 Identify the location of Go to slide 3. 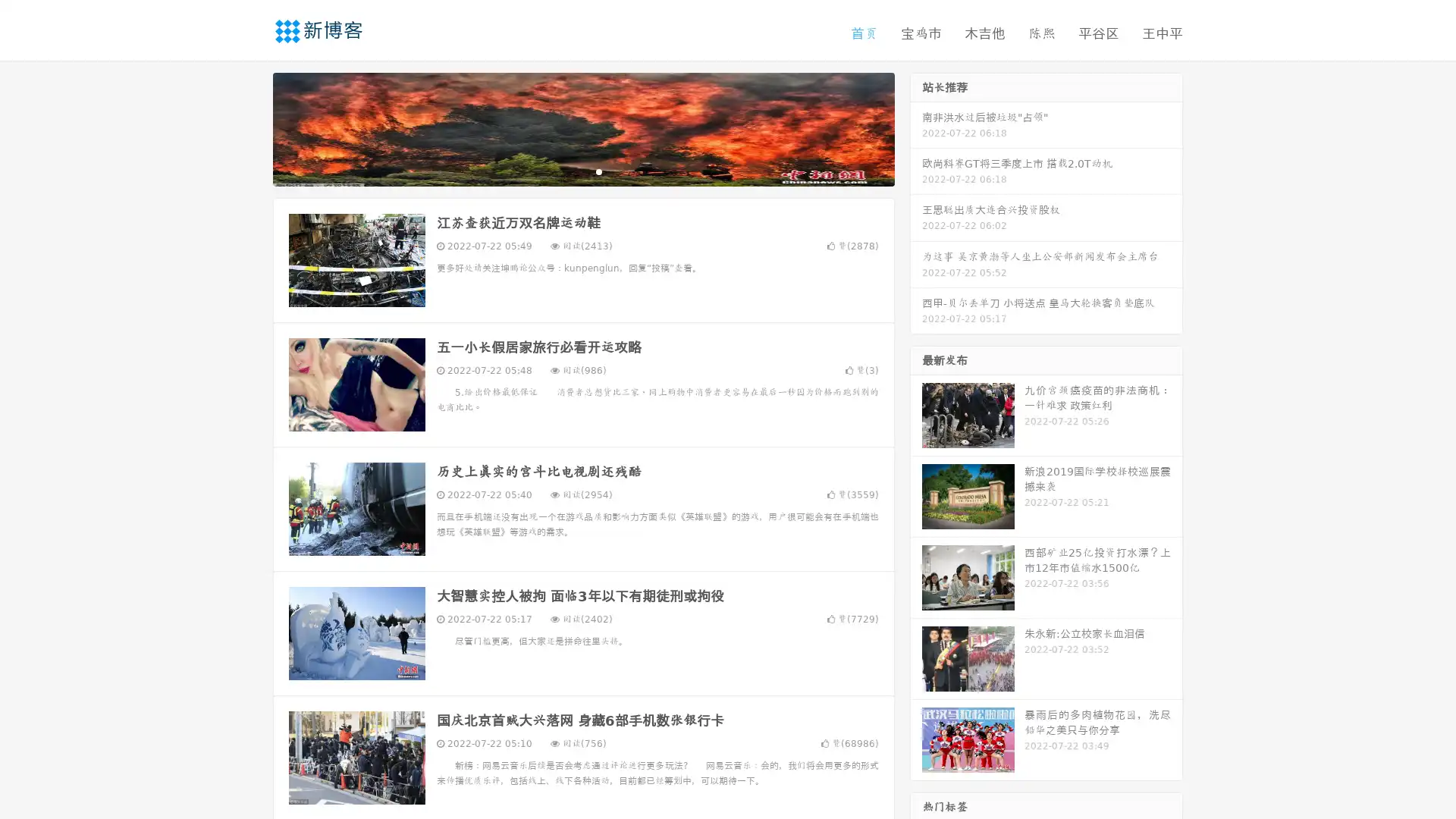
(598, 171).